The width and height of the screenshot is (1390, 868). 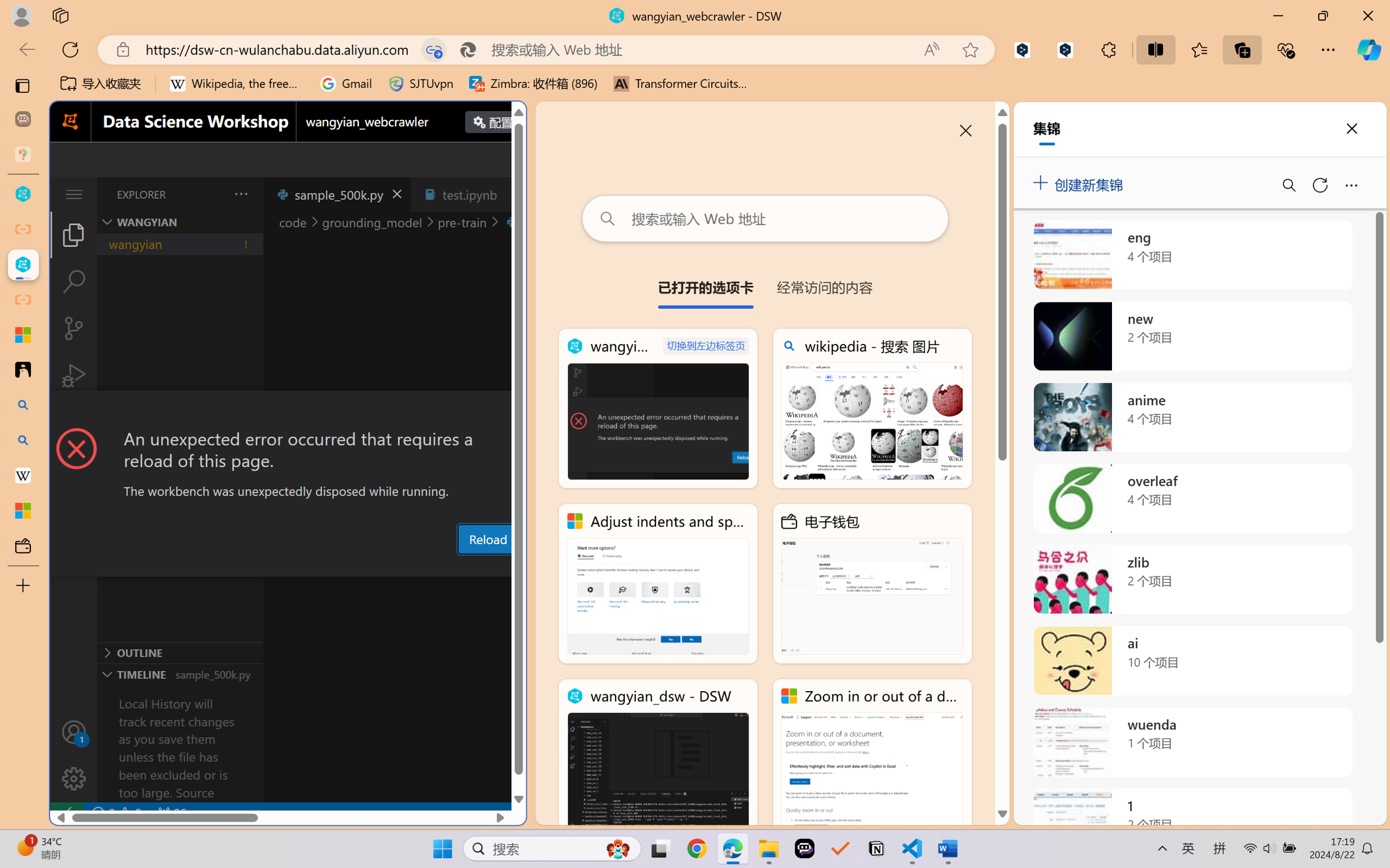 What do you see at coordinates (236, 83) in the screenshot?
I see `'Wikipedia, the free encyclopedia'` at bounding box center [236, 83].